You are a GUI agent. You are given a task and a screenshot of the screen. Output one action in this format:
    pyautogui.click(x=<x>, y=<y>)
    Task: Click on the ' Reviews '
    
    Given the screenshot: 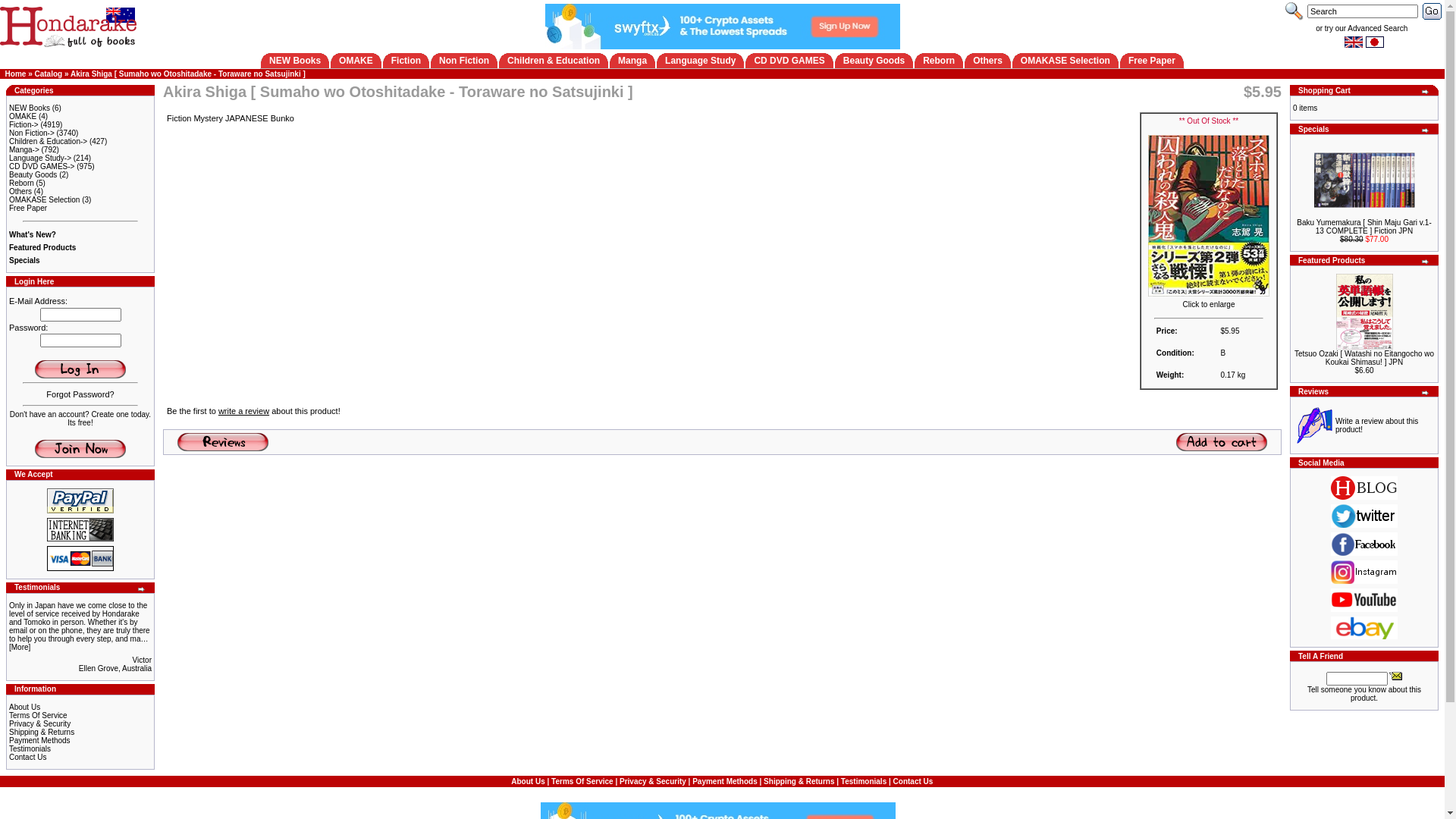 What is the action you would take?
    pyautogui.click(x=221, y=441)
    